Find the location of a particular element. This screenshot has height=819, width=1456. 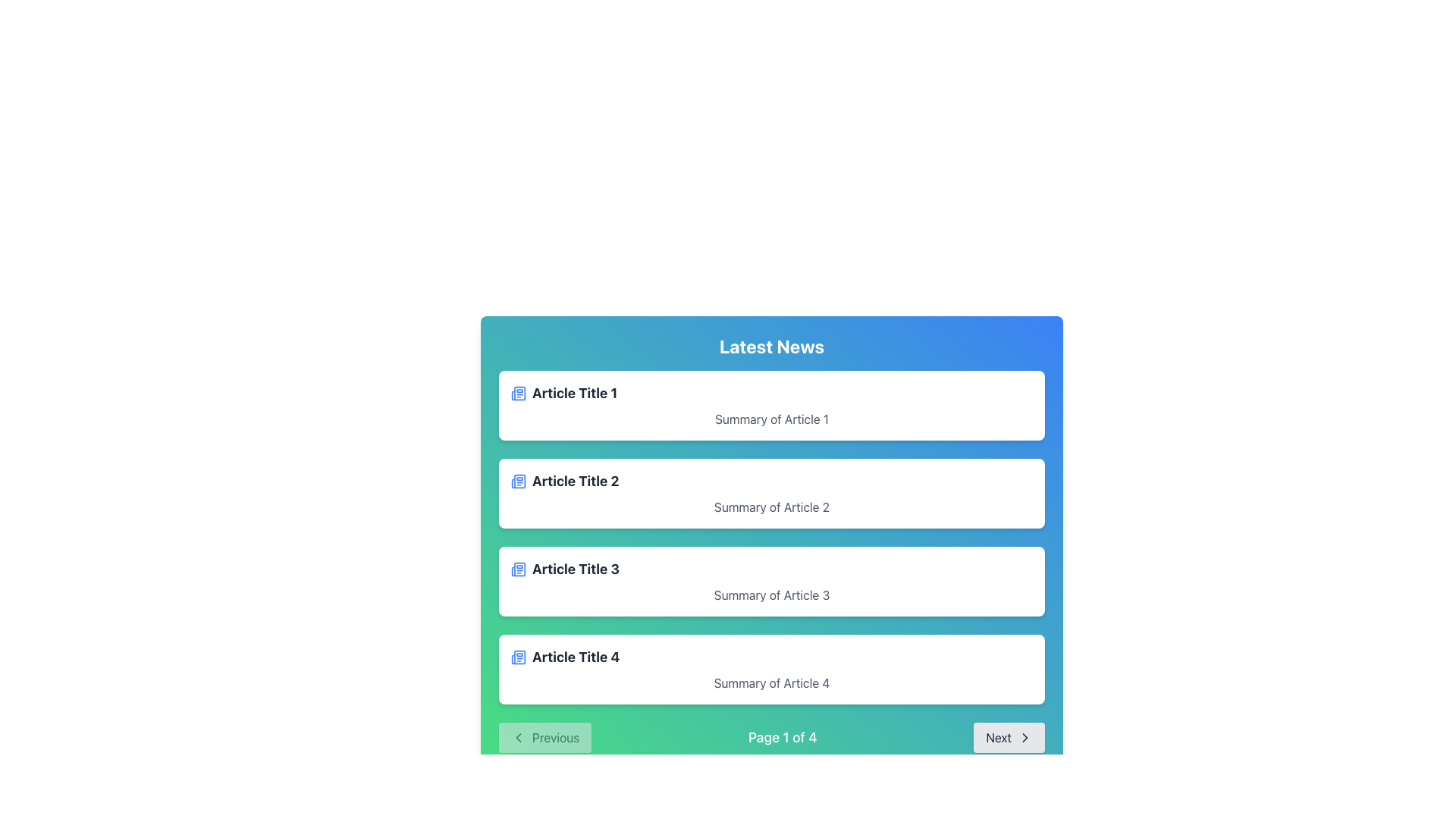

the newspaper icon located to the left of 'Article Title 4' to interact with its associated article feature is located at coordinates (519, 657).